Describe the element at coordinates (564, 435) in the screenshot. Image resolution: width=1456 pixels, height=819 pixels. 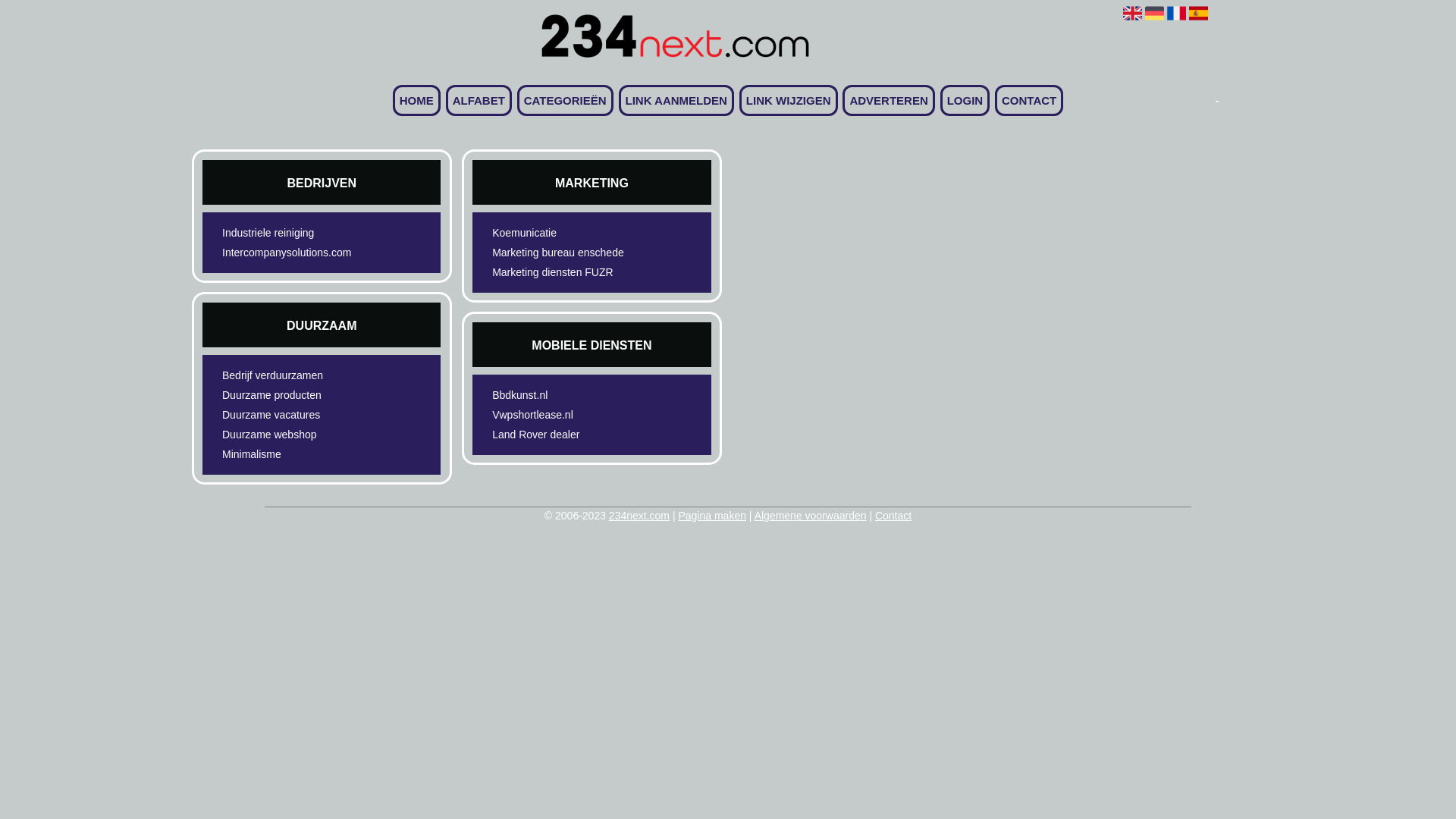
I see `'Land Rover dealer'` at that location.